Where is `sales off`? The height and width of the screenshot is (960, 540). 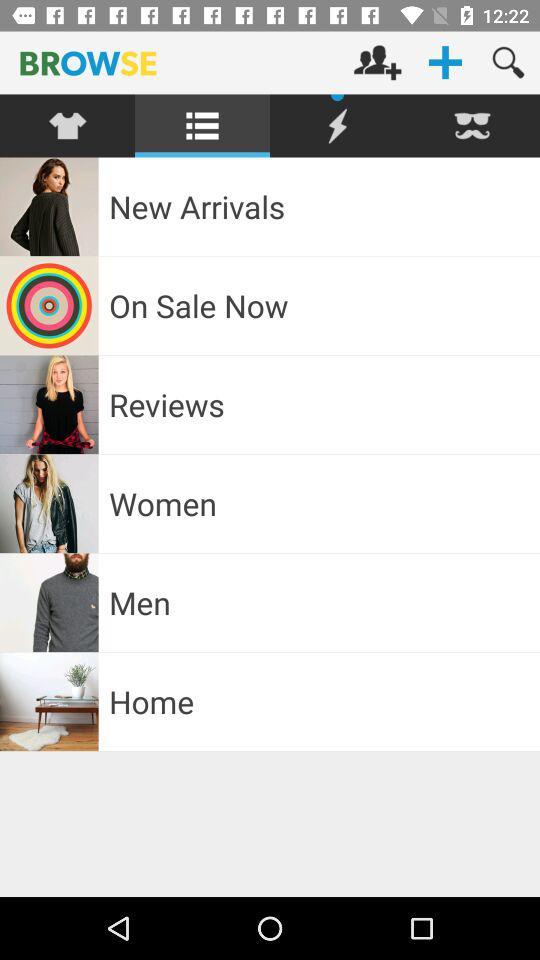 sales off is located at coordinates (337, 125).